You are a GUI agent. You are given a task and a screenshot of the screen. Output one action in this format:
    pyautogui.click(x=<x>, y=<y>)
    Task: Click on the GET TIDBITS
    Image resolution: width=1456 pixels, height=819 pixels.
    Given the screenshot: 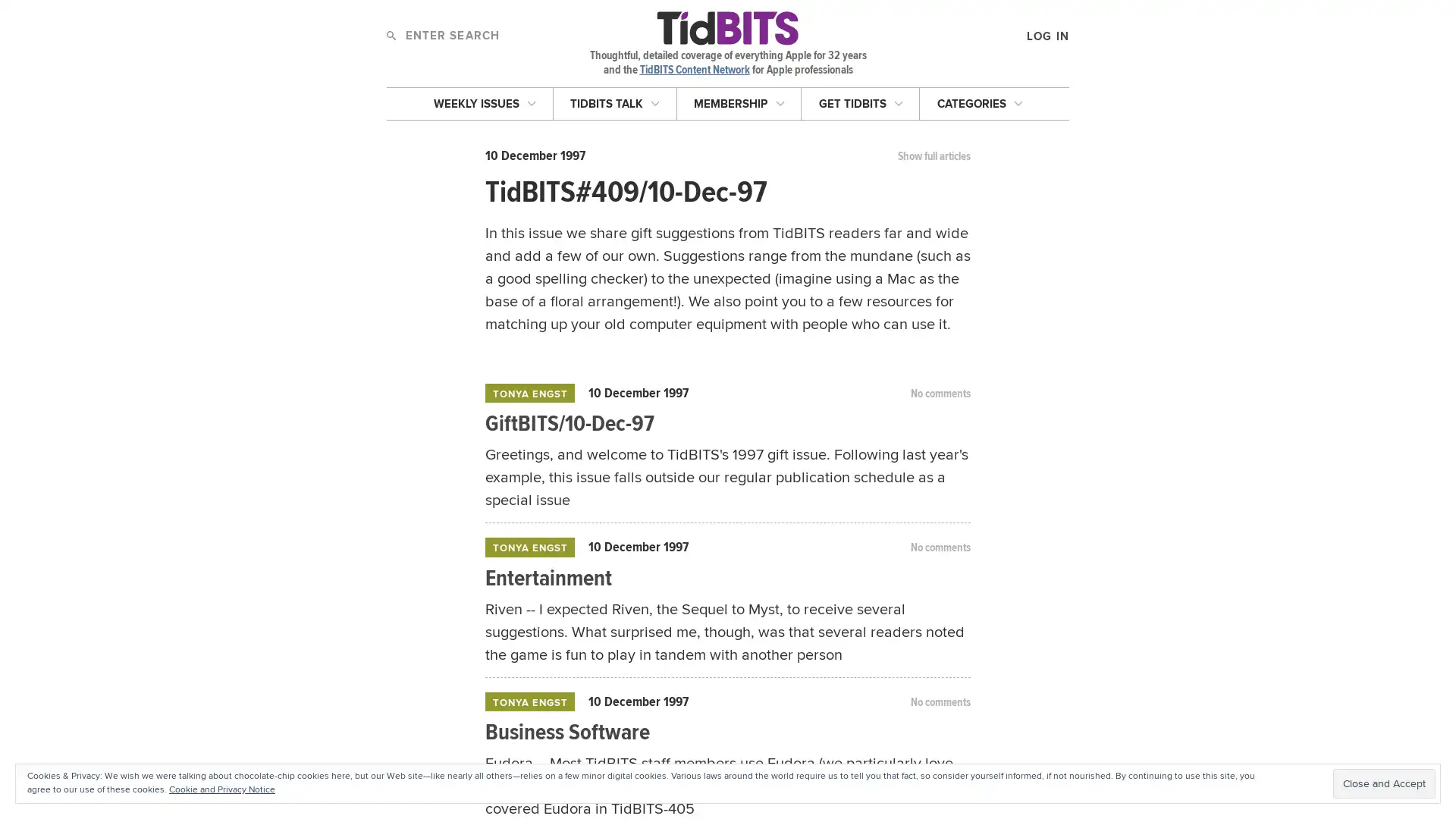 What is the action you would take?
    pyautogui.click(x=860, y=102)
    